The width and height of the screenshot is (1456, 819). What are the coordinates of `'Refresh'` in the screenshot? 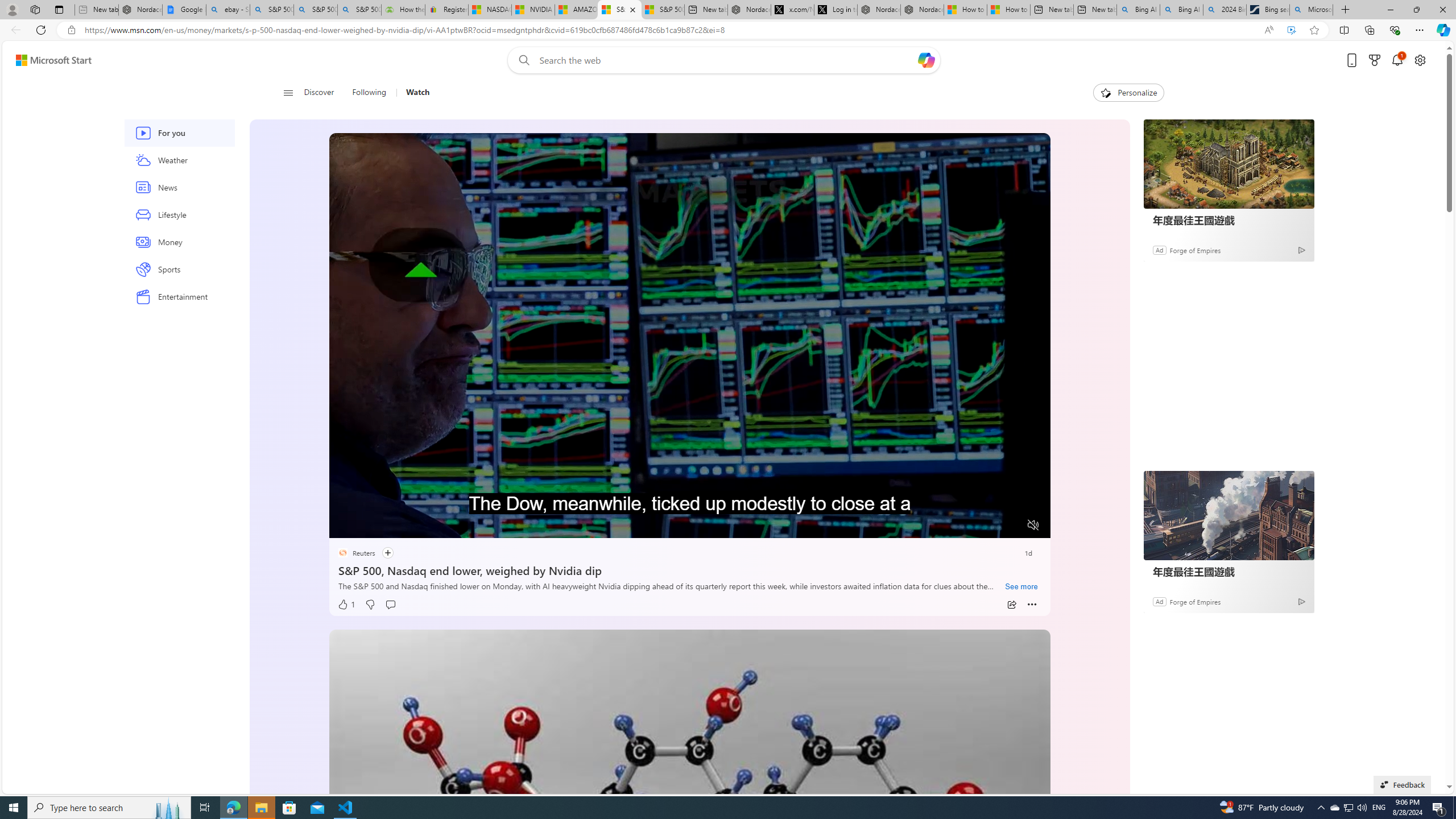 It's located at (40, 29).